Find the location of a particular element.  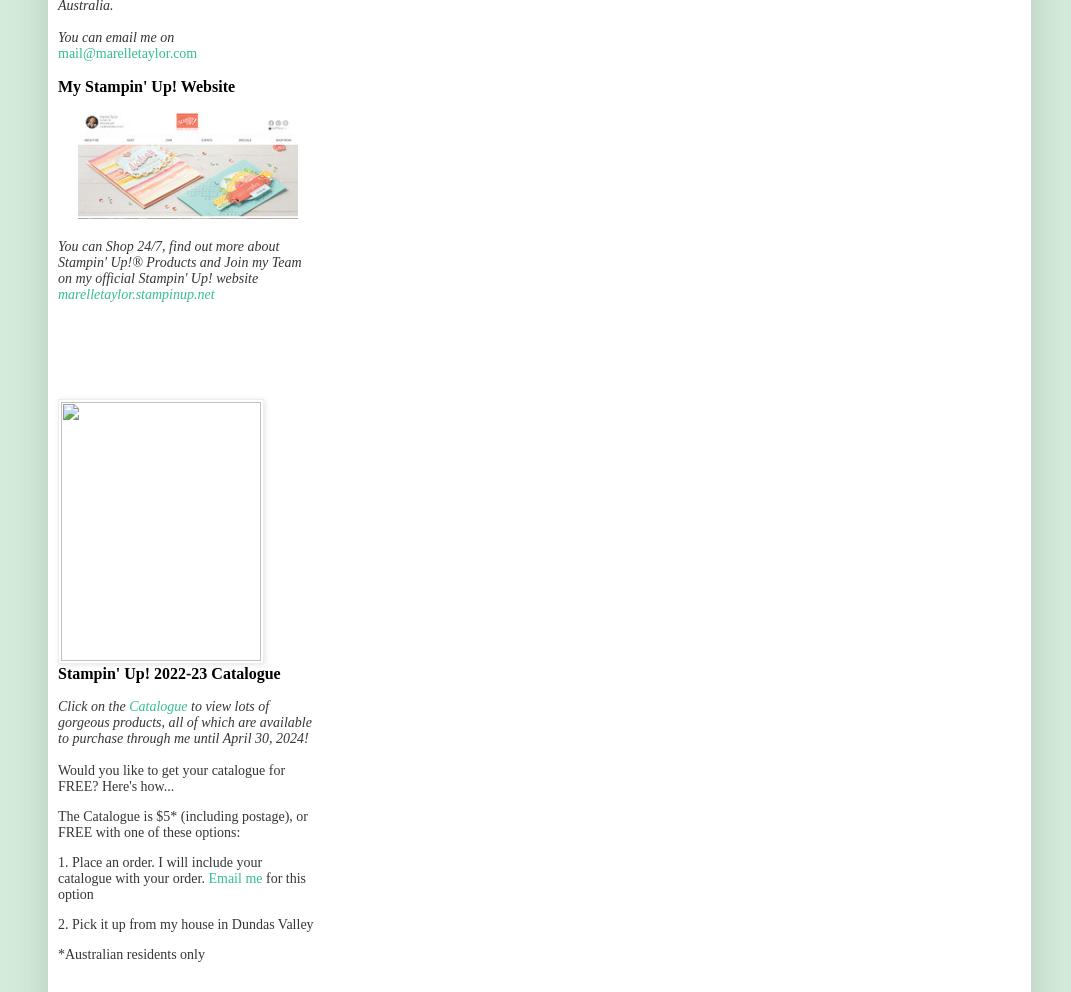

'for this option' is located at coordinates (180, 886).